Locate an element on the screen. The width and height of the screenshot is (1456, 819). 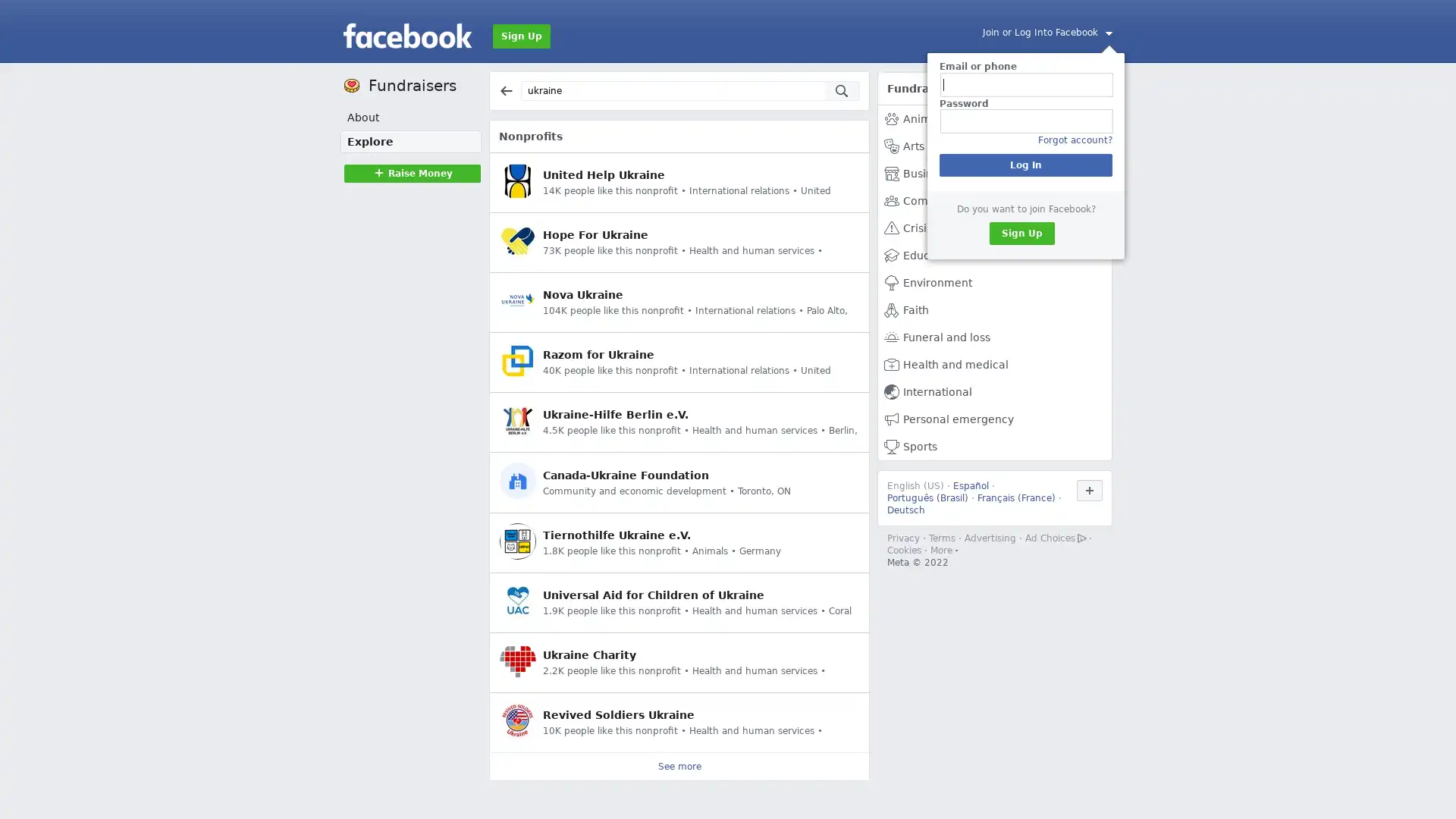
Raise MoneyRaise Money is located at coordinates (412, 171).